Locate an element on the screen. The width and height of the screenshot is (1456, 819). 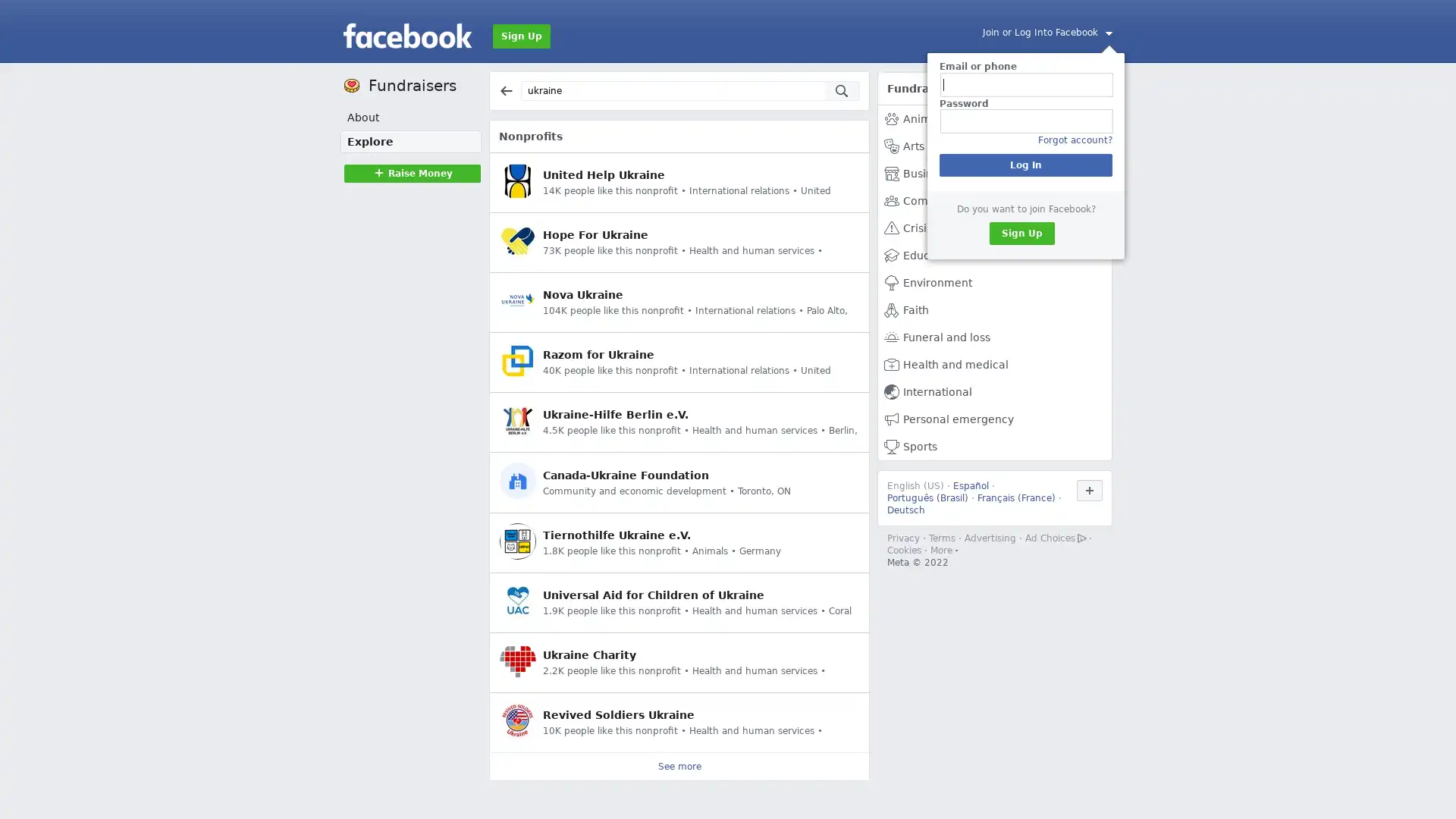
Raise MoneyRaise Money is located at coordinates (412, 171).